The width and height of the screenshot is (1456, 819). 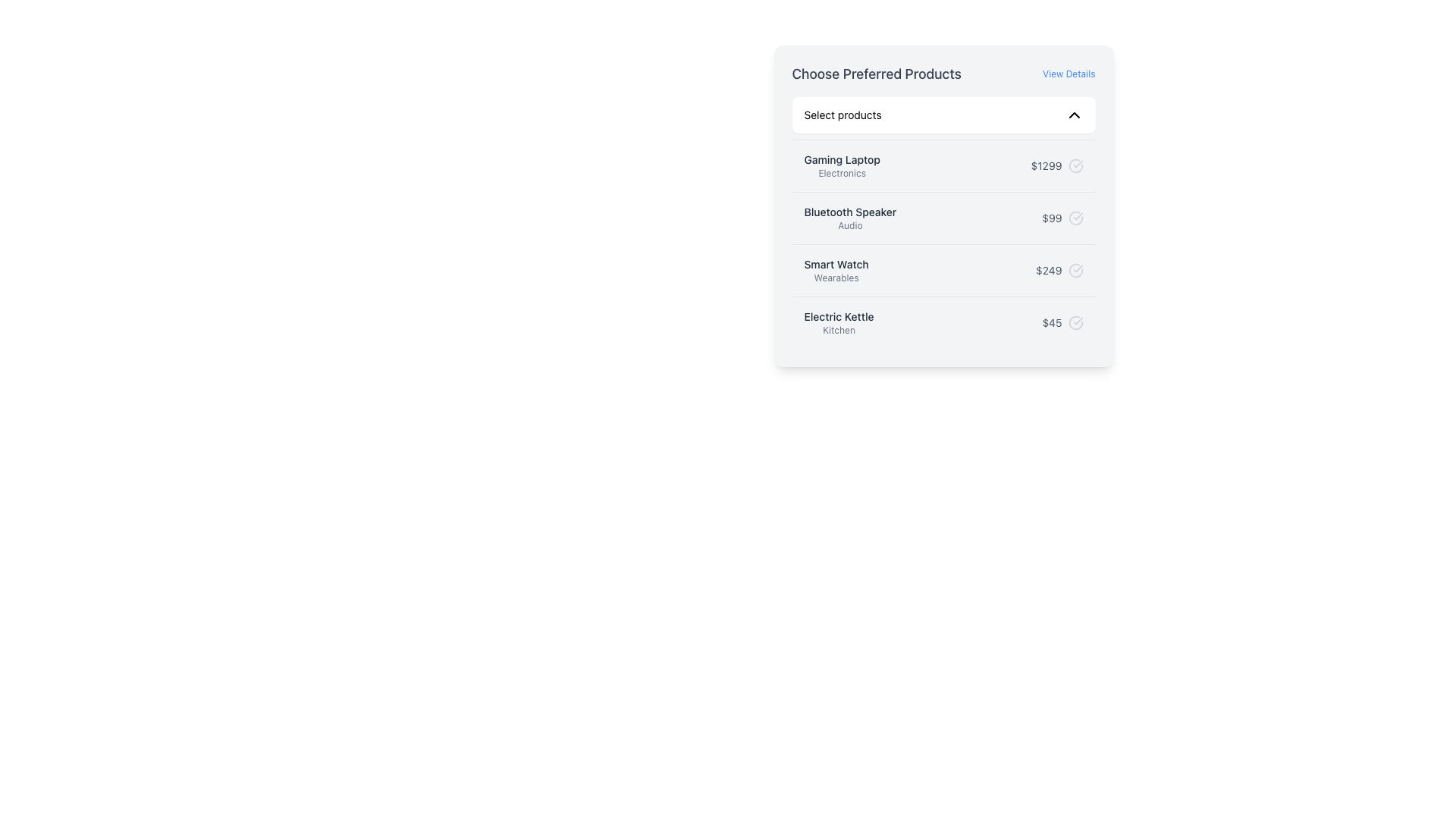 What do you see at coordinates (850, 212) in the screenshot?
I see `the Text Label displaying 'Bluetooth Speaker' in the 'Choose Preferred Products' list` at bounding box center [850, 212].